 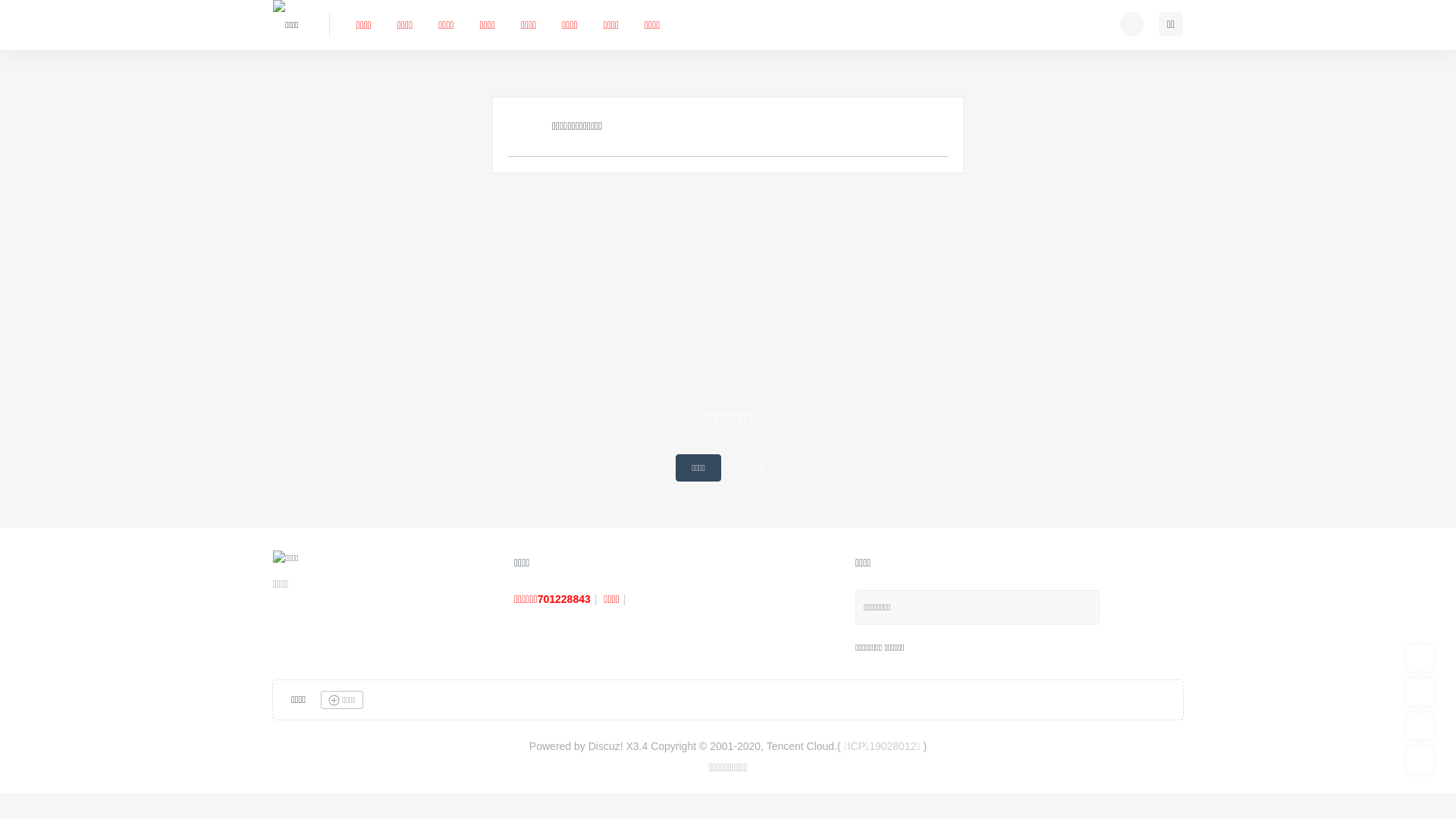 I want to click on '  ', so click(x=1131, y=24).